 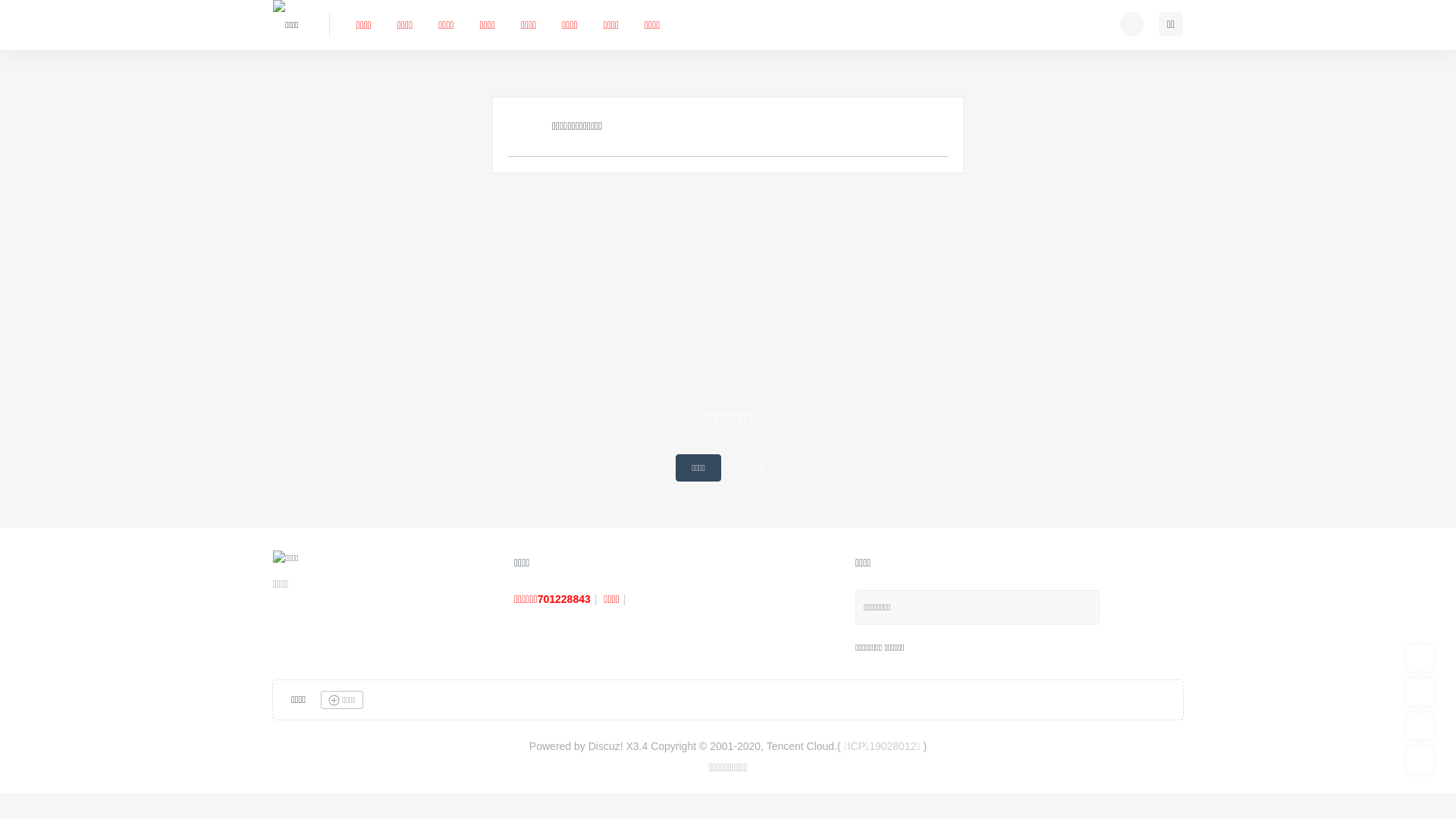 I want to click on '  ', so click(x=1131, y=24).